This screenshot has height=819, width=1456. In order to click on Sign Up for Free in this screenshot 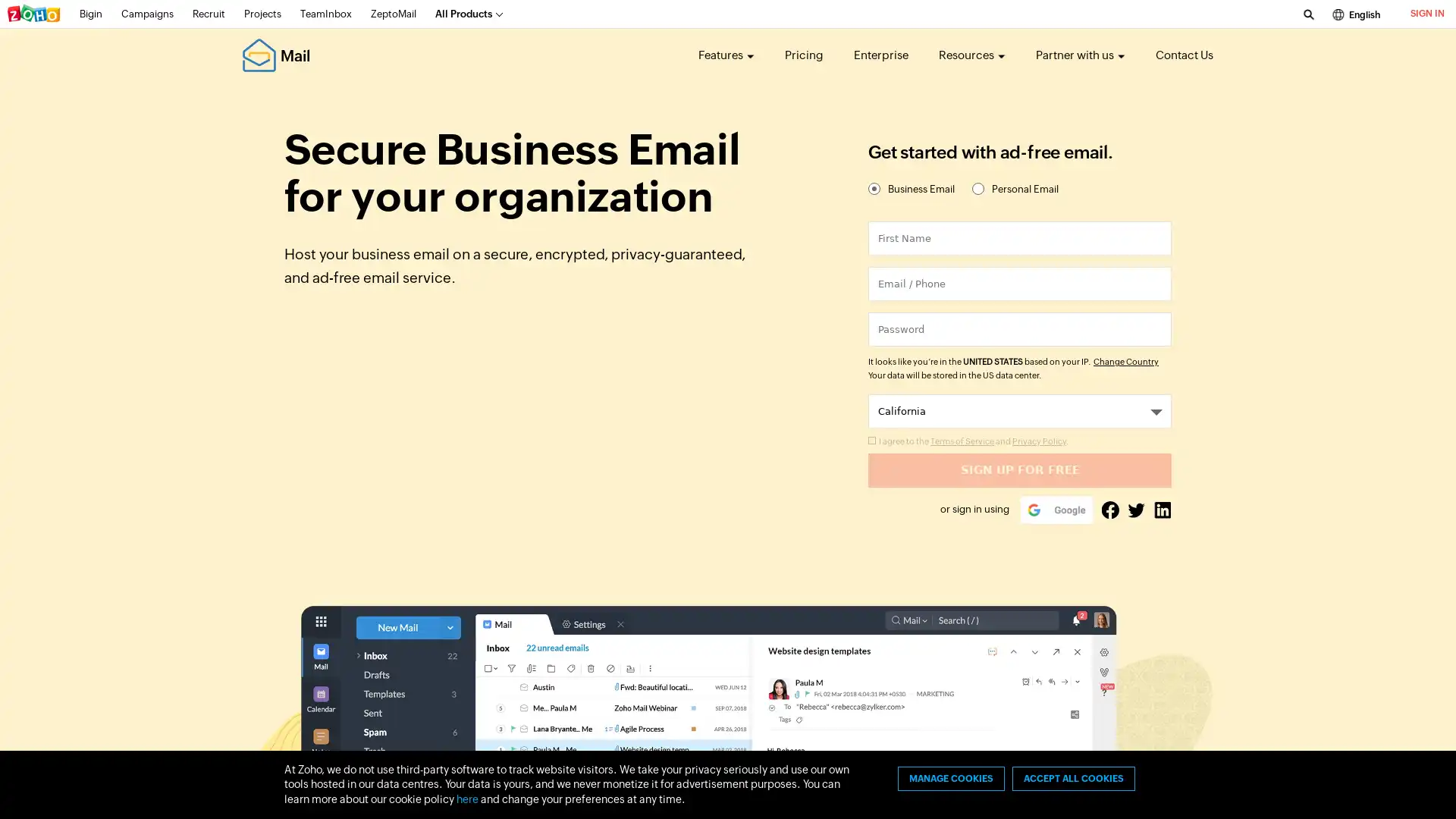, I will do `click(1019, 469)`.